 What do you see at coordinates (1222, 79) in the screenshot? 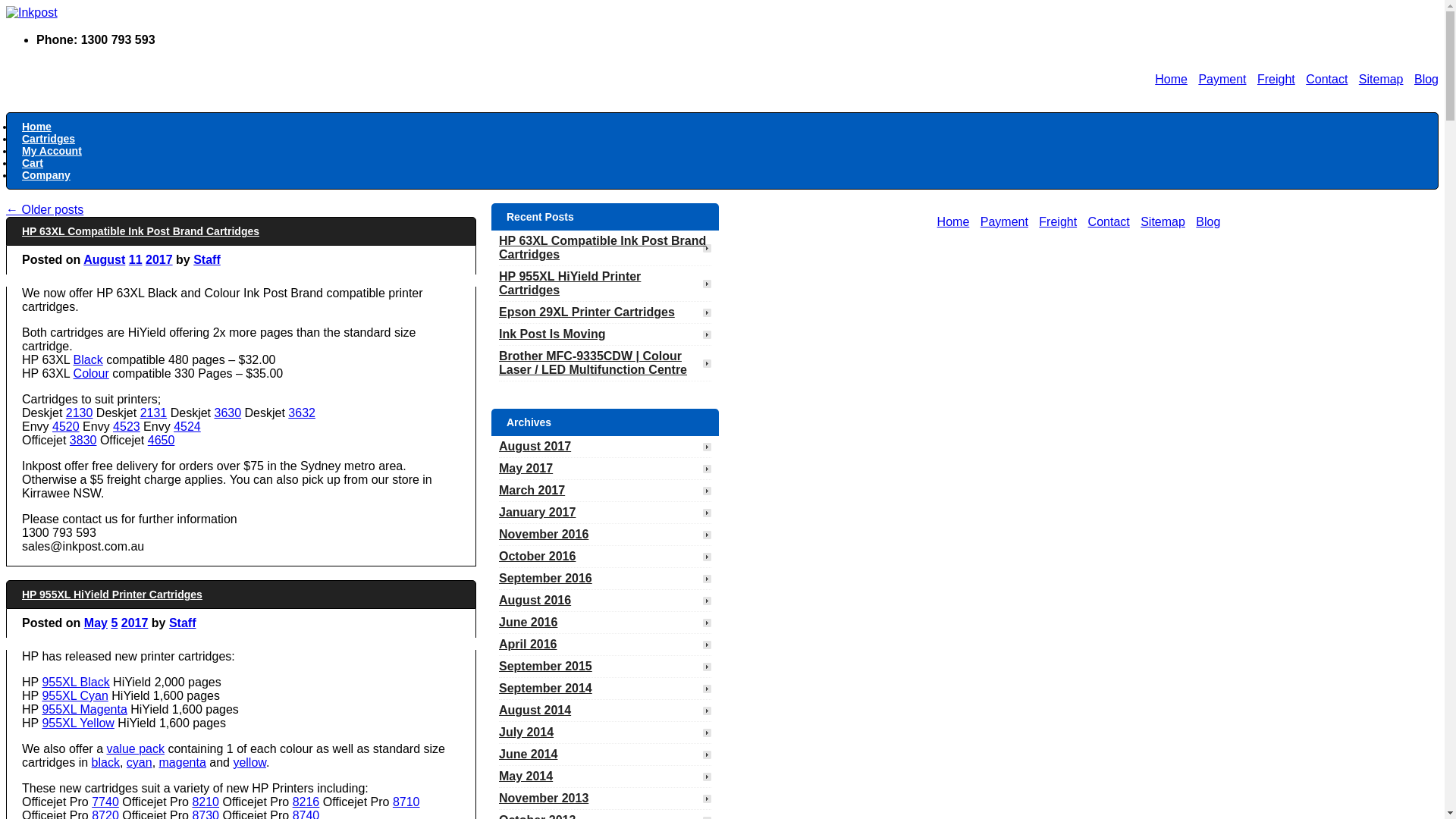
I see `'Payment'` at bounding box center [1222, 79].